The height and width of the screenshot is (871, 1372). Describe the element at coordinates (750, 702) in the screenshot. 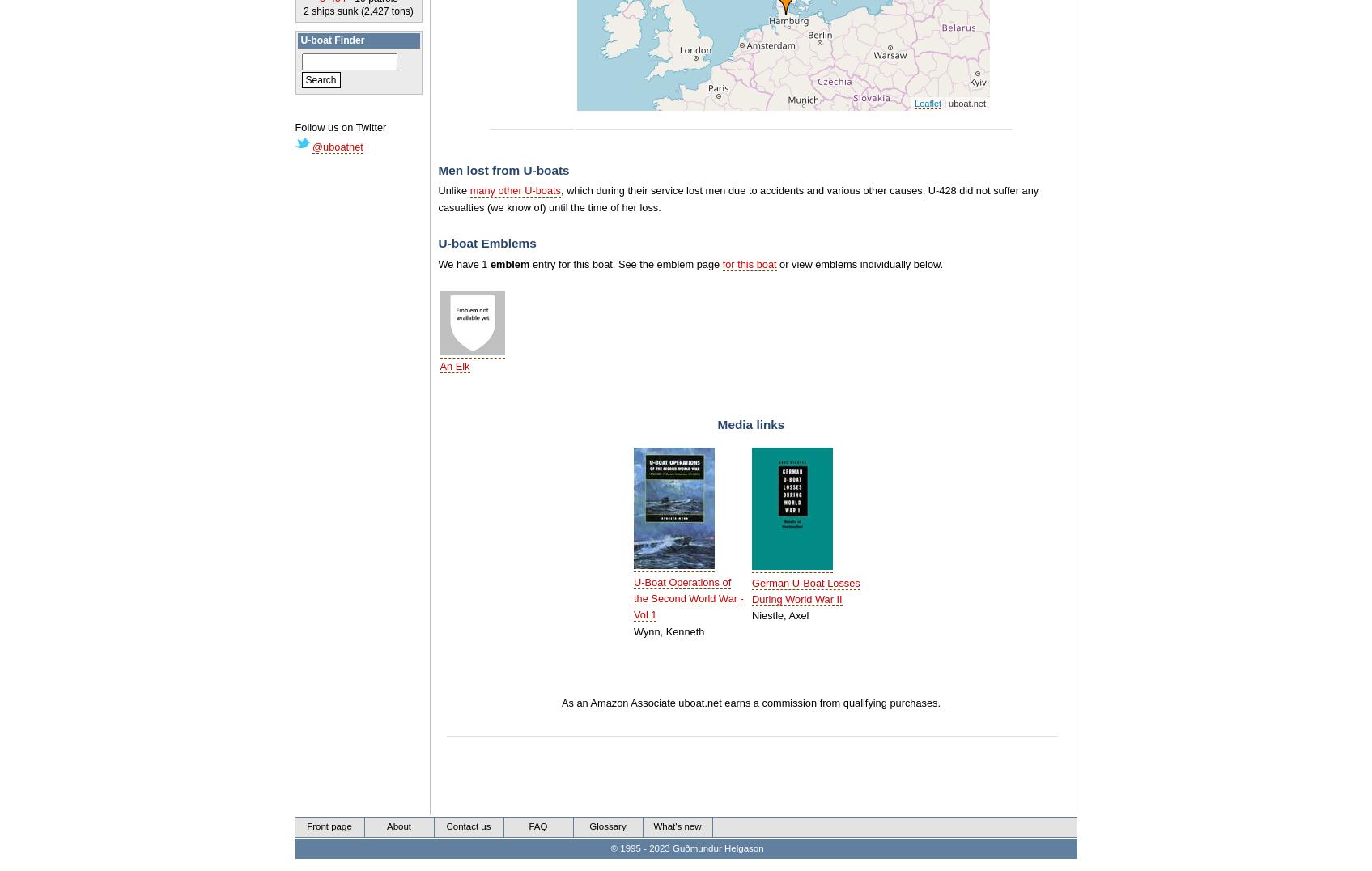

I see `'As an Amazon Associate uboat.net earns a commission from qualifying purchases.'` at that location.